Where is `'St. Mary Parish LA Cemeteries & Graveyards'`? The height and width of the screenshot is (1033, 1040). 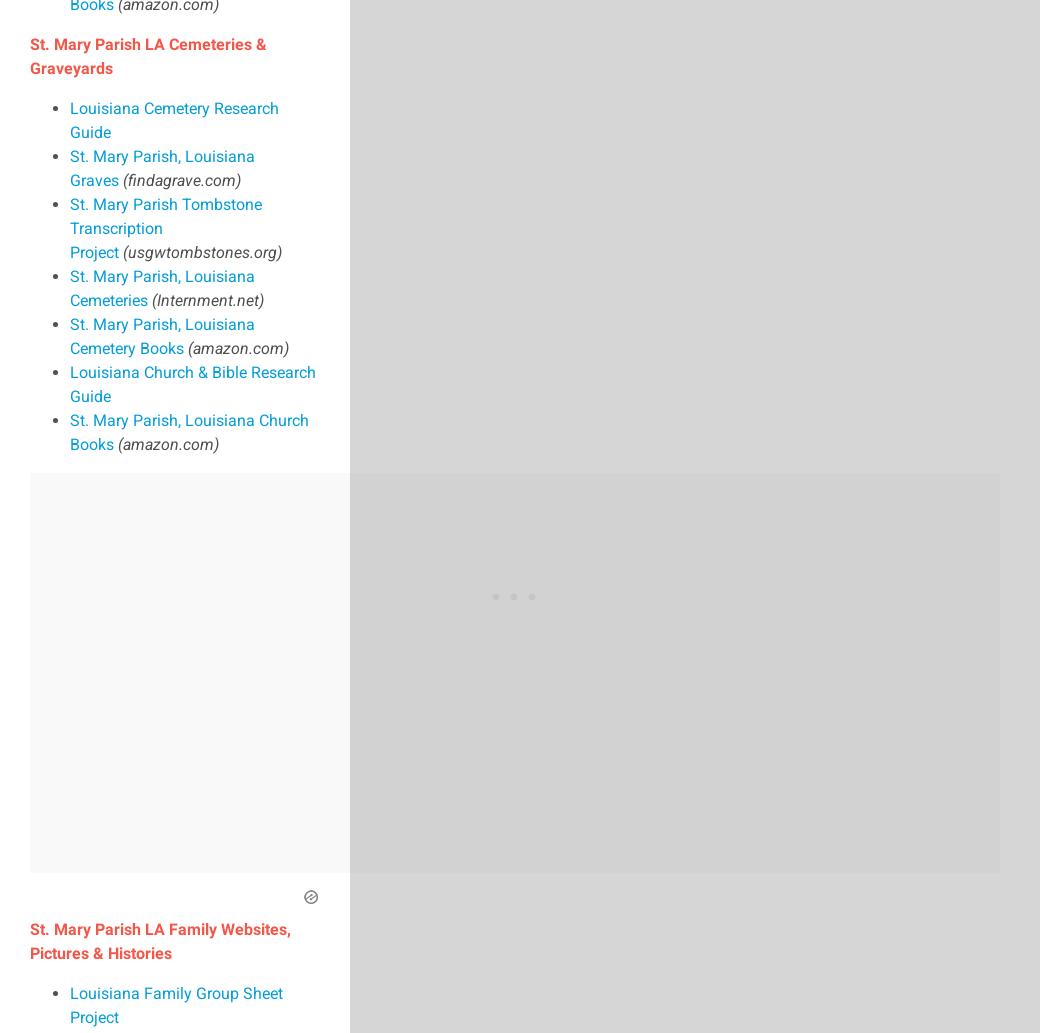
'St. Mary Parish LA Cemeteries & Graveyards' is located at coordinates (148, 55).